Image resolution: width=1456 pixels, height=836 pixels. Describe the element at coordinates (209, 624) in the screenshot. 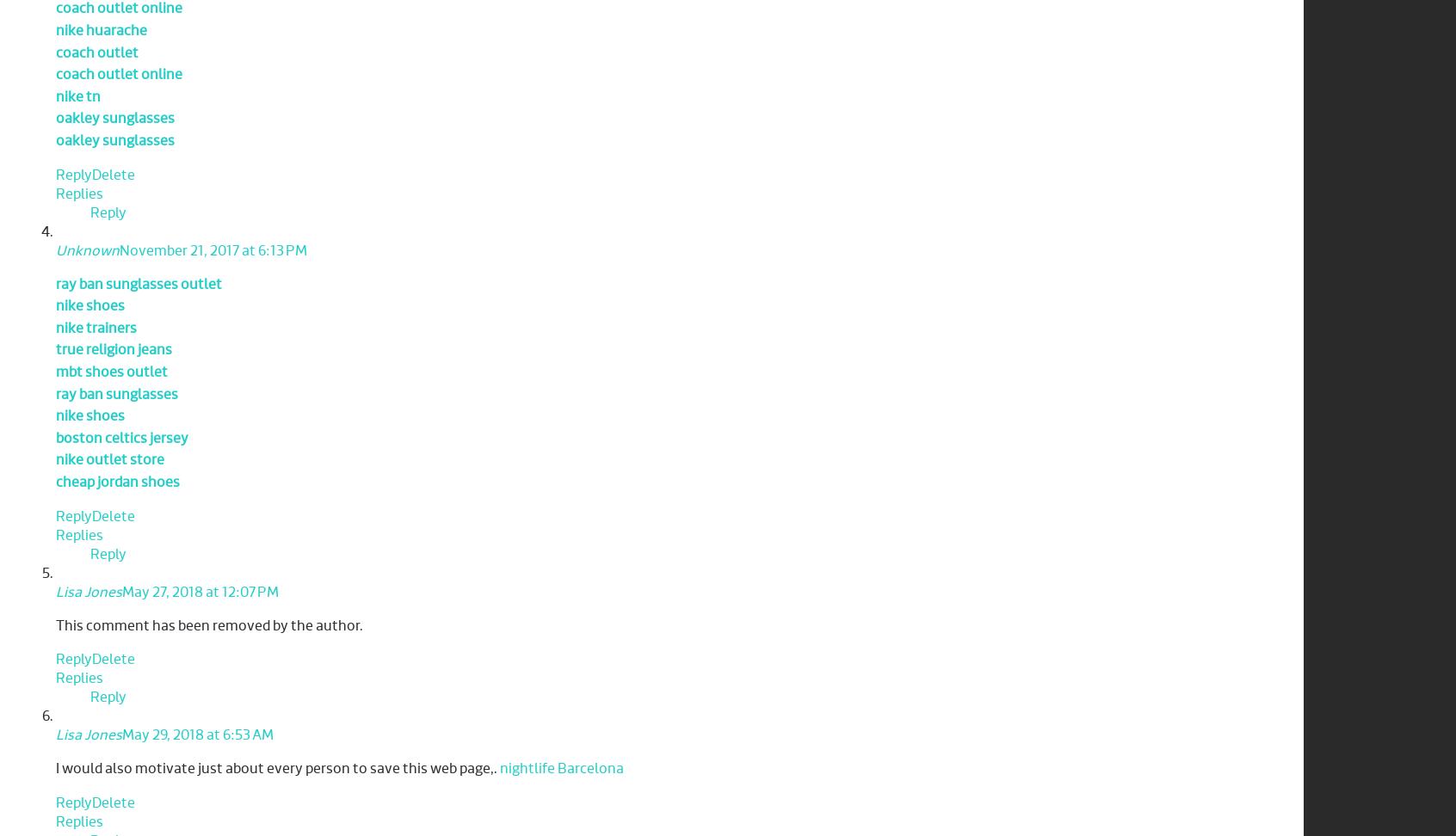

I see `'This comment has been removed by the author.'` at that location.